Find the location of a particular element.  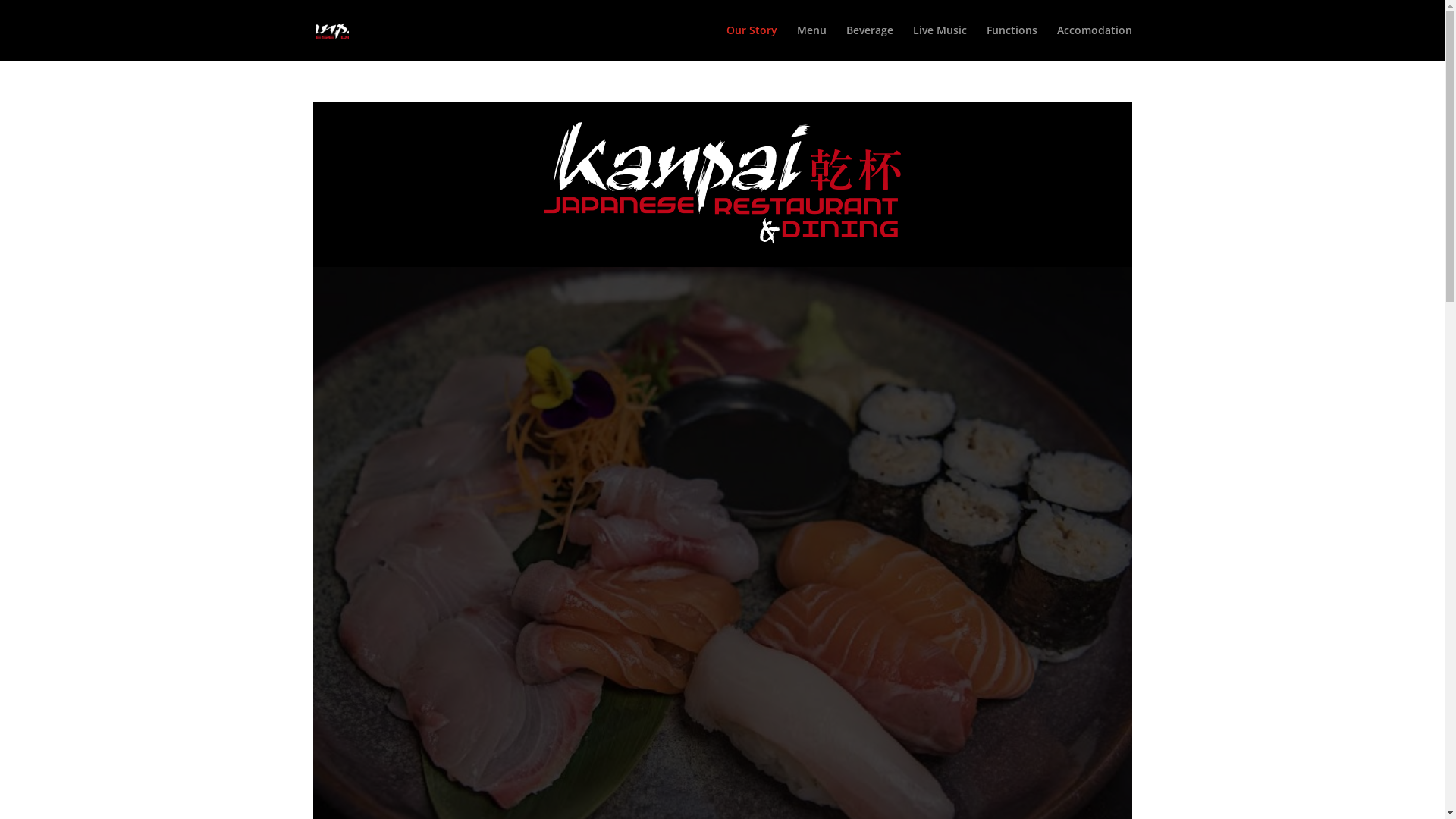

'Menu' is located at coordinates (810, 42).